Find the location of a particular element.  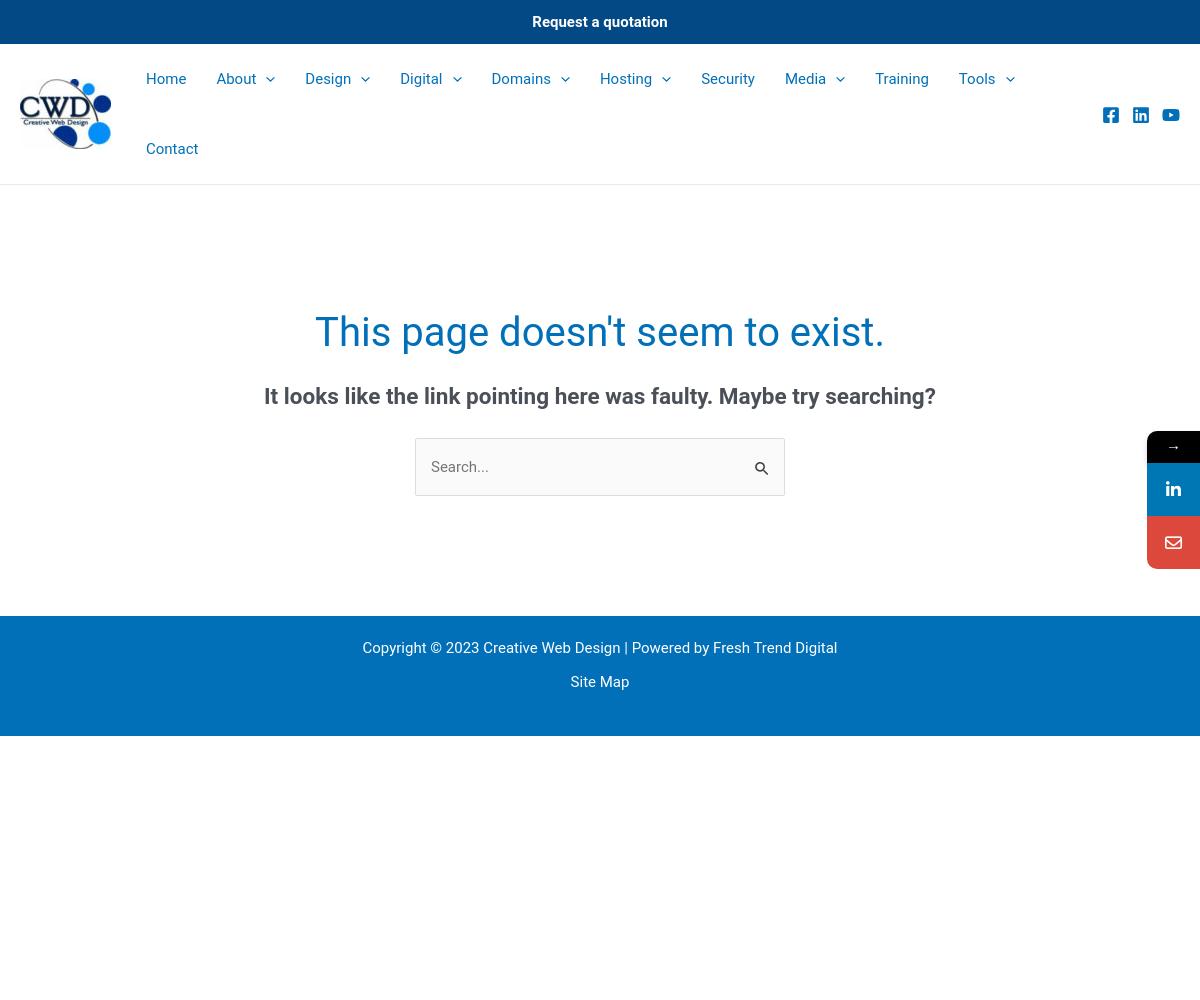

'Site Map' is located at coordinates (598, 681).